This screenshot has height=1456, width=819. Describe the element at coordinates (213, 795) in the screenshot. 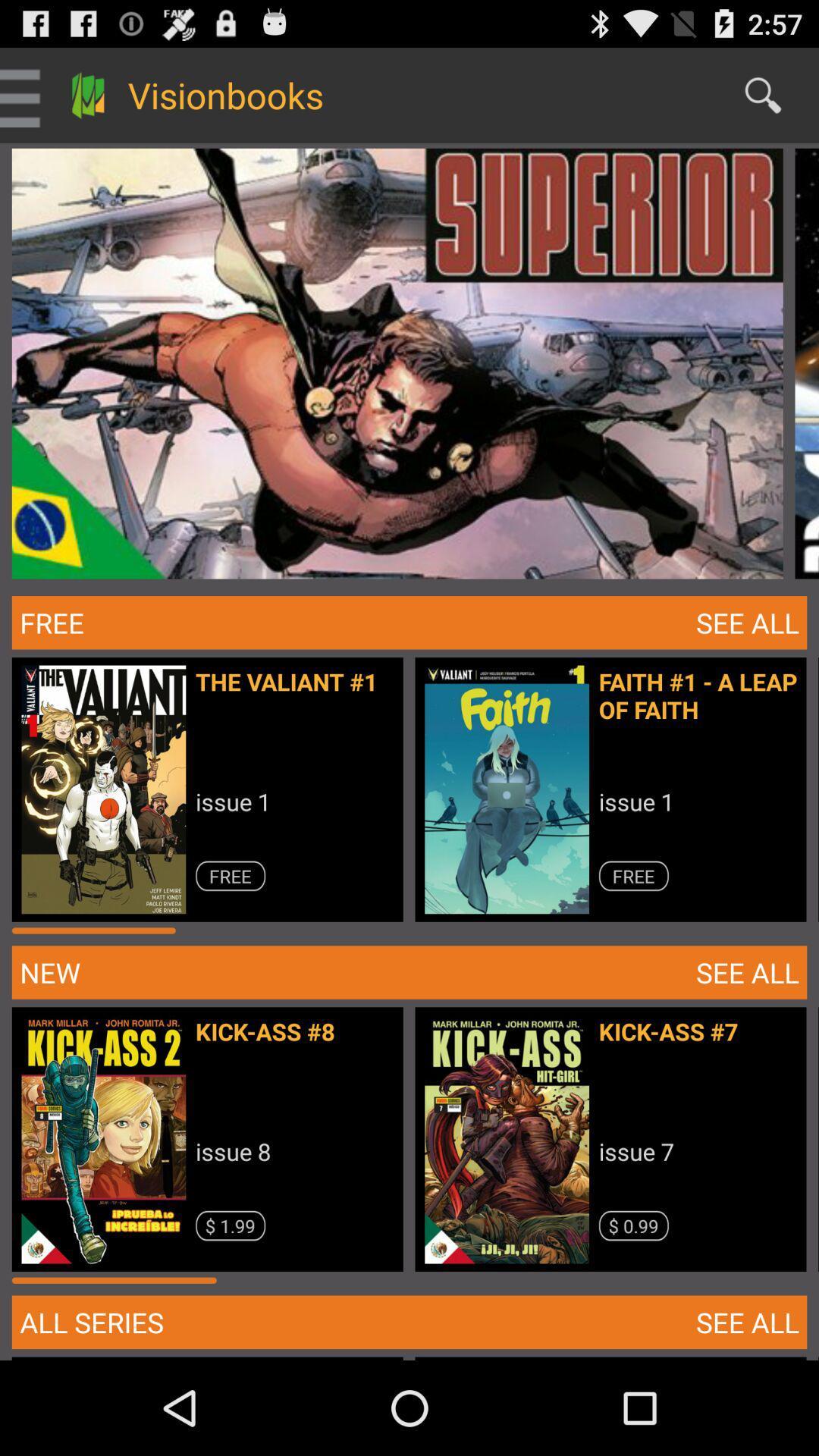

I see `the first box in second row from top` at that location.